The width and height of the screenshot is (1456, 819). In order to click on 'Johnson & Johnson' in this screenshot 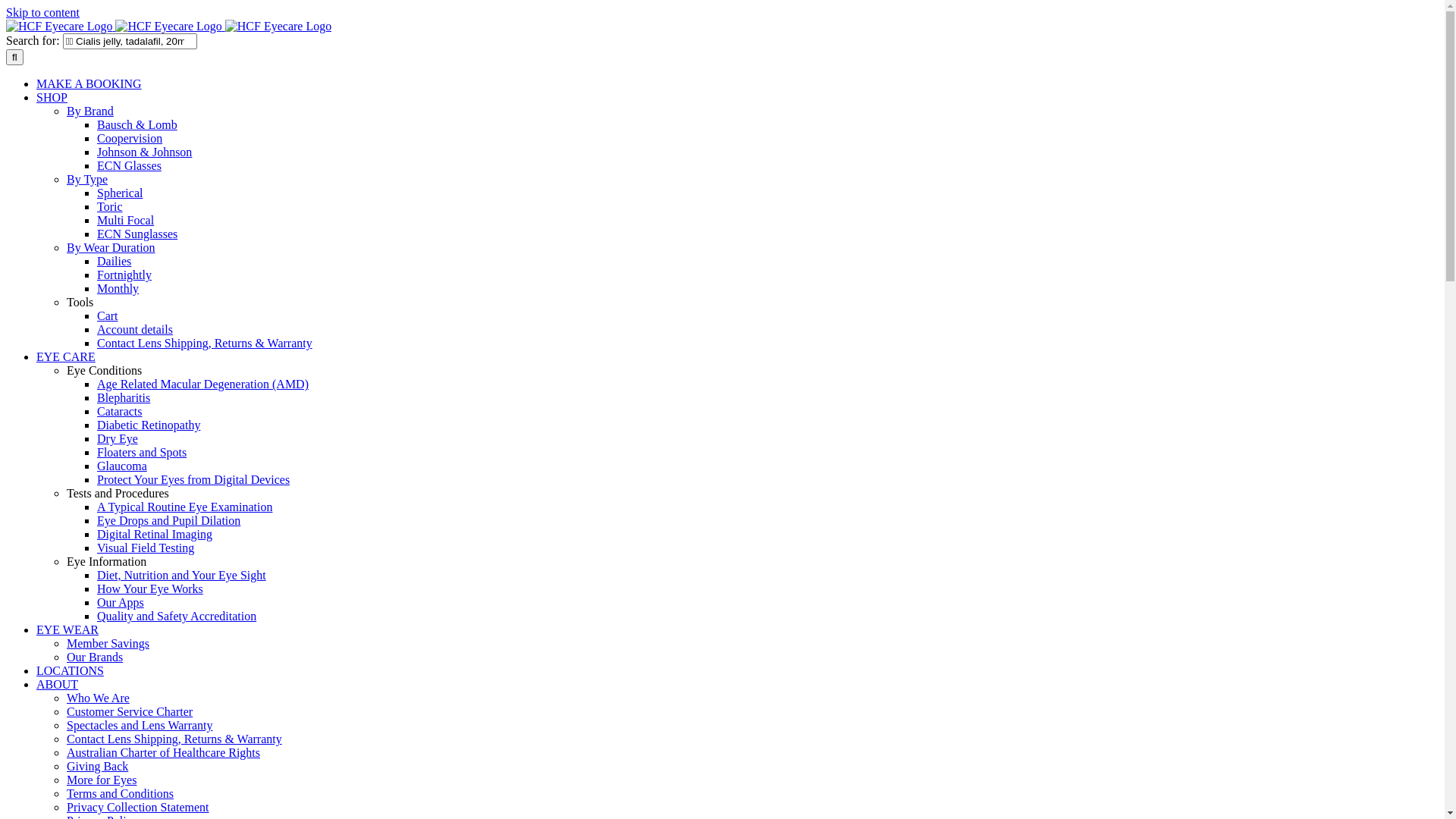, I will do `click(144, 152)`.